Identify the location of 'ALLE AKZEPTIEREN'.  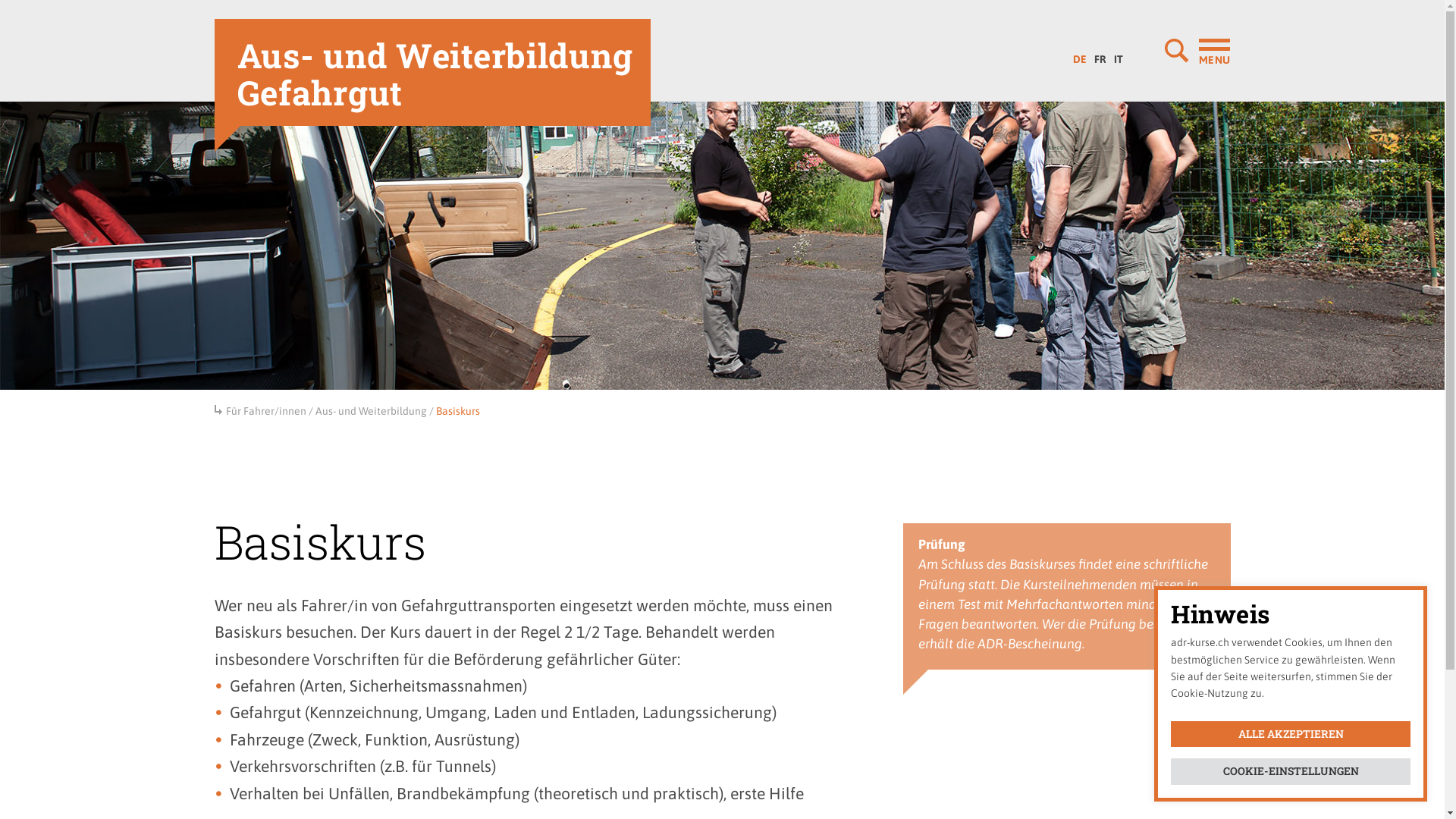
(1290, 733).